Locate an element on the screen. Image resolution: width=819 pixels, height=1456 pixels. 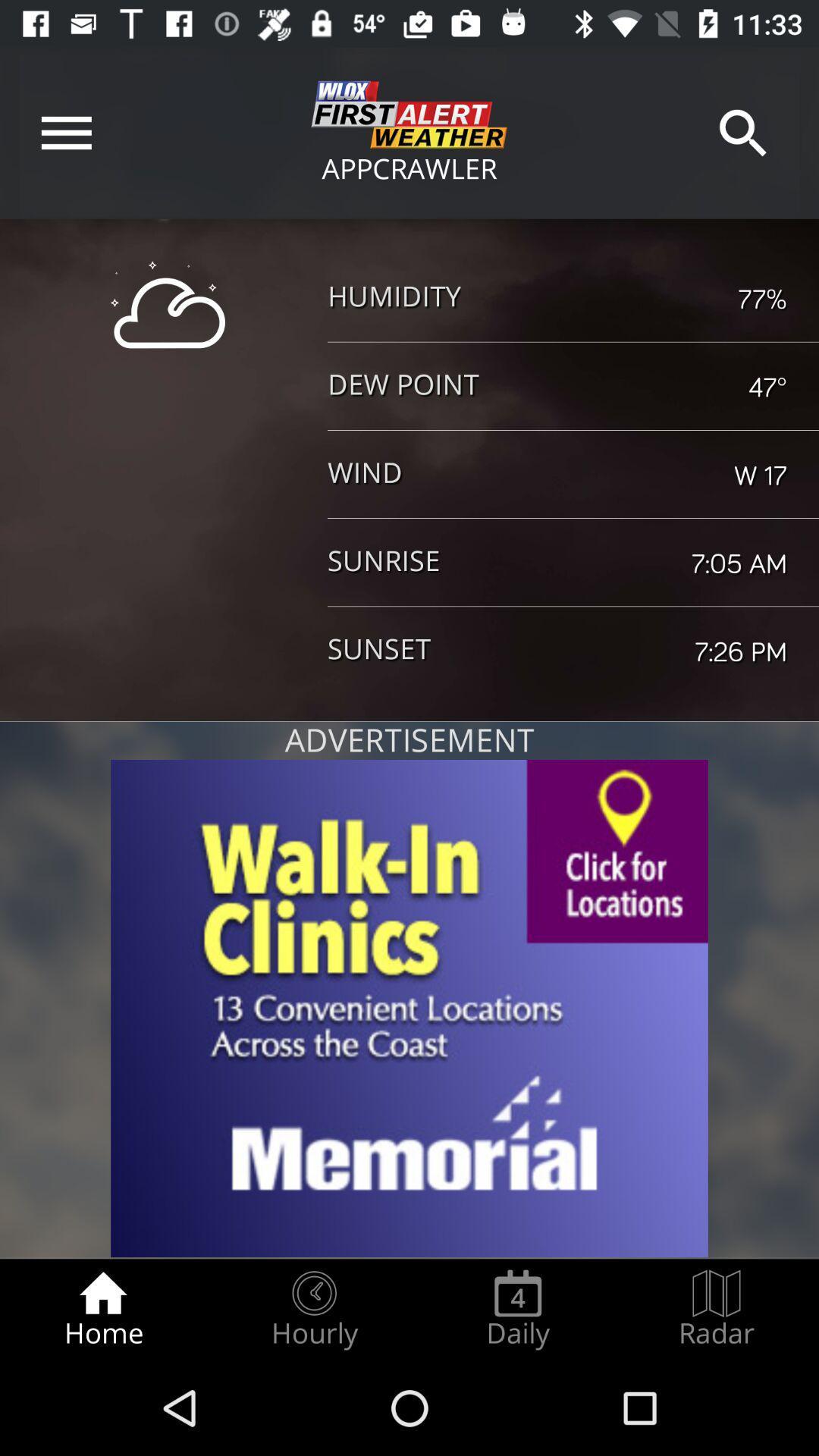
the radio button to the left of the daily icon is located at coordinates (313, 1309).